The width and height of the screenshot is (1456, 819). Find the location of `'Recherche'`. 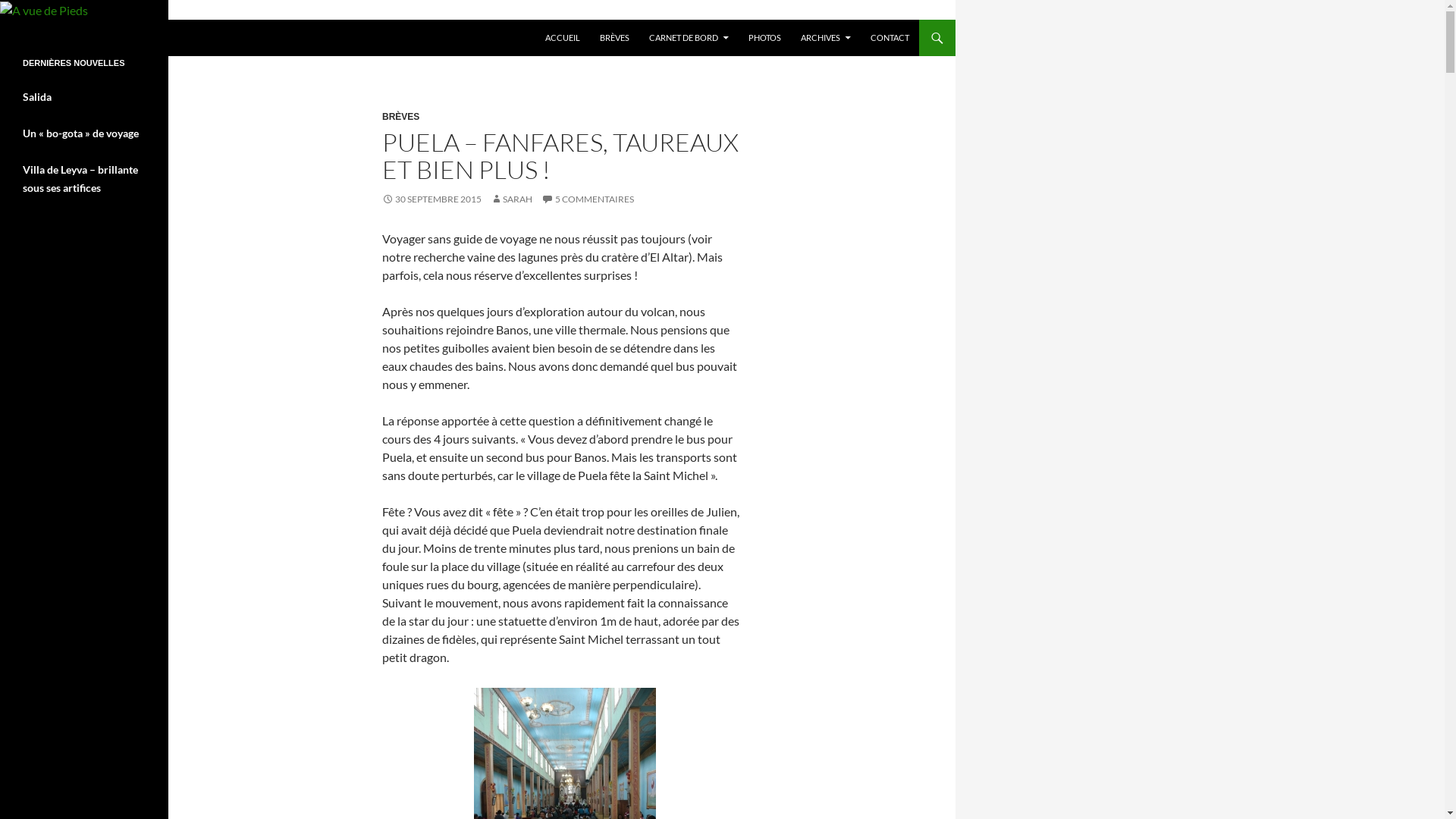

'Recherche' is located at coordinates (3, 20).